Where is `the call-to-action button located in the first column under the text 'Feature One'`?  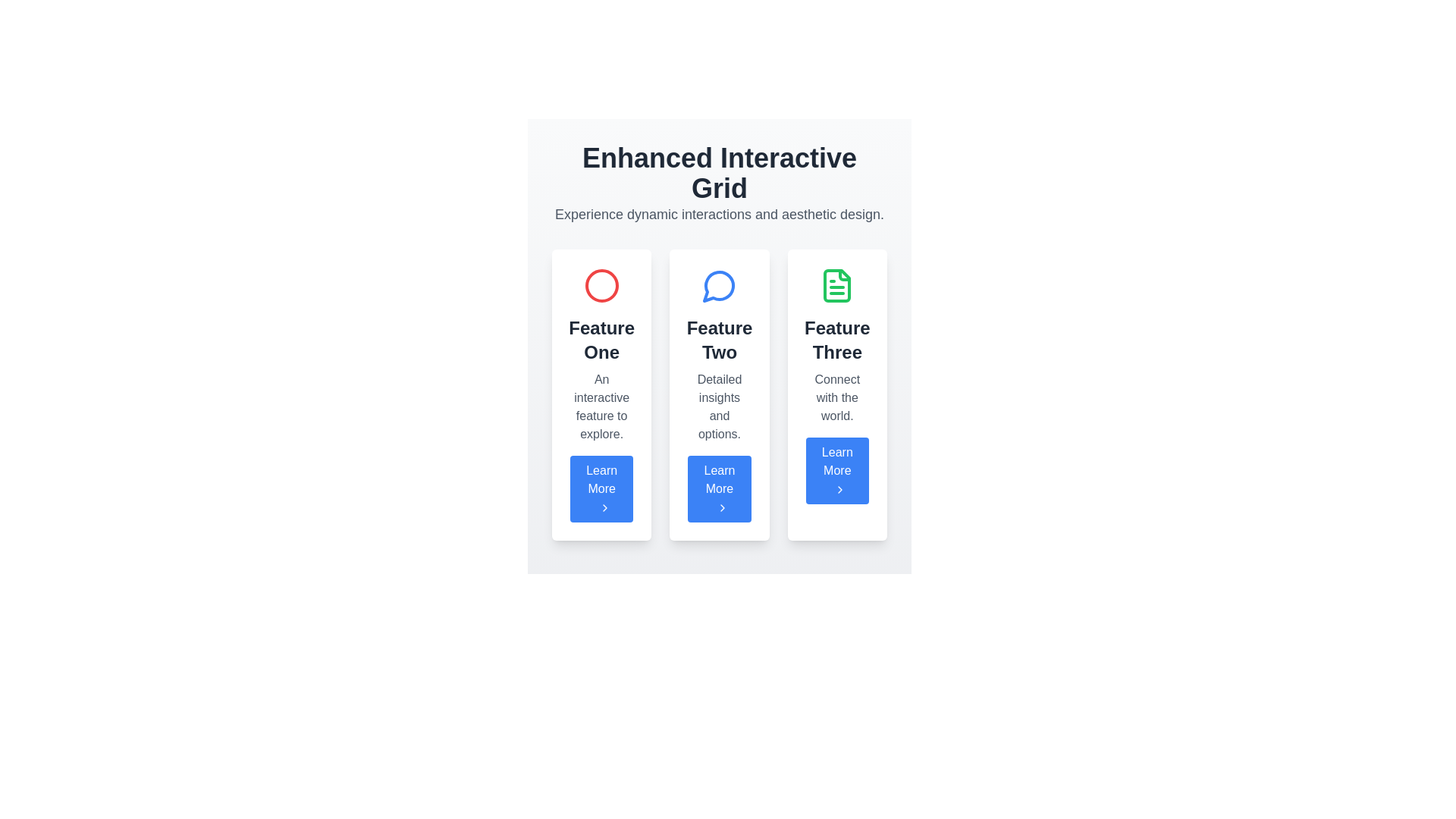
the call-to-action button located in the first column under the text 'Feature One' is located at coordinates (601, 488).